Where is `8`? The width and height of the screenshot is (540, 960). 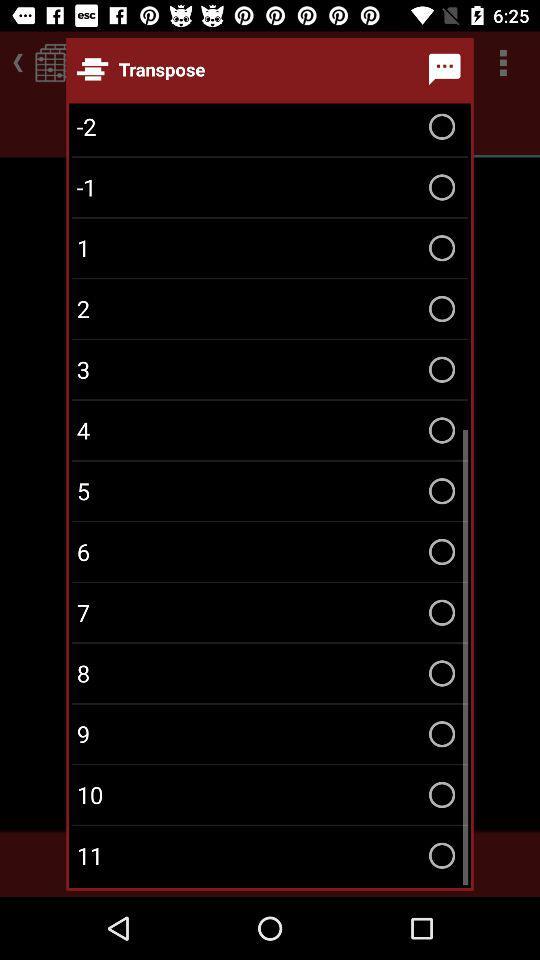
8 is located at coordinates (270, 673).